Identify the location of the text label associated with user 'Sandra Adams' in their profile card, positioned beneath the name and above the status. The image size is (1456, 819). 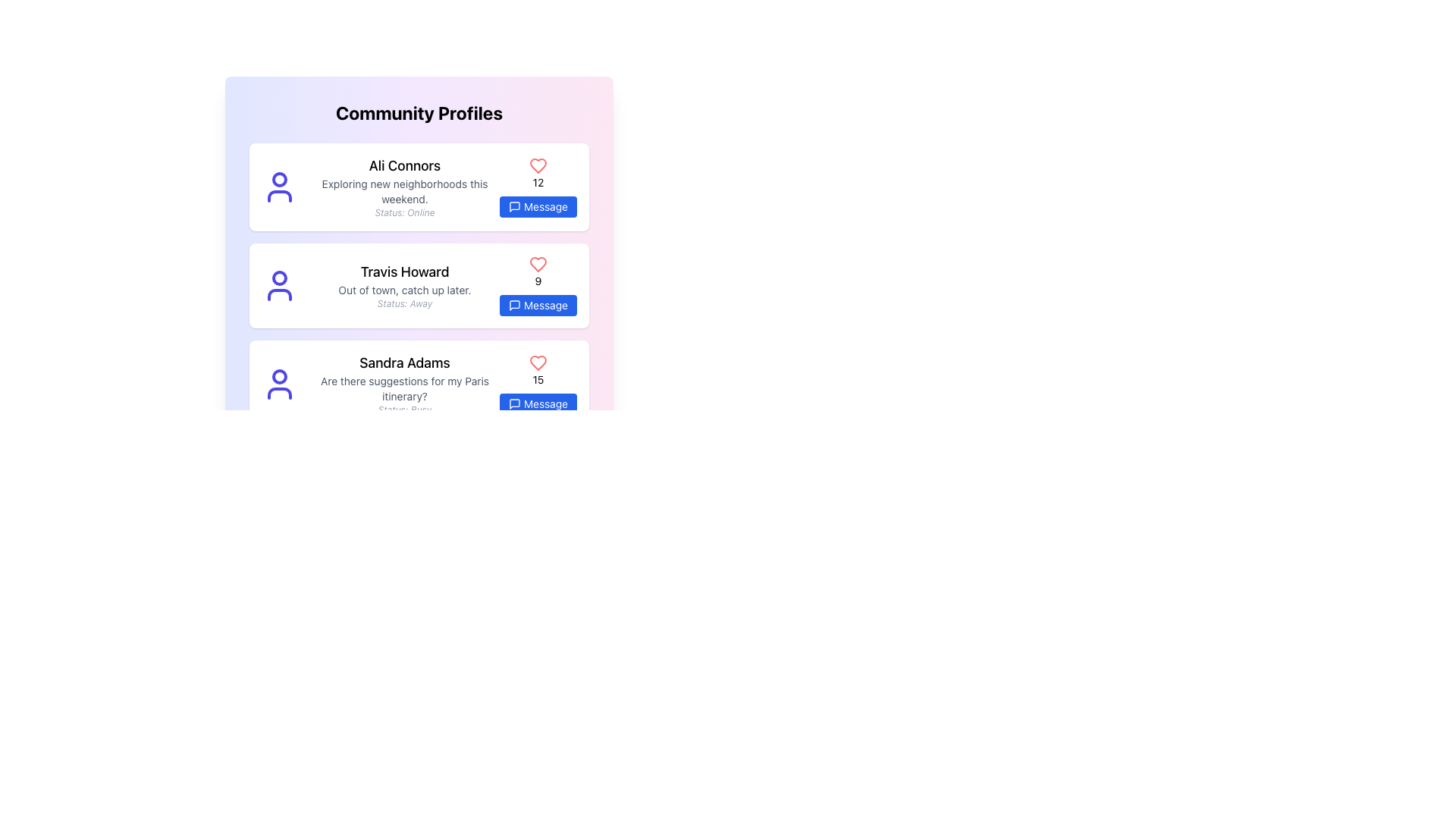
(404, 388).